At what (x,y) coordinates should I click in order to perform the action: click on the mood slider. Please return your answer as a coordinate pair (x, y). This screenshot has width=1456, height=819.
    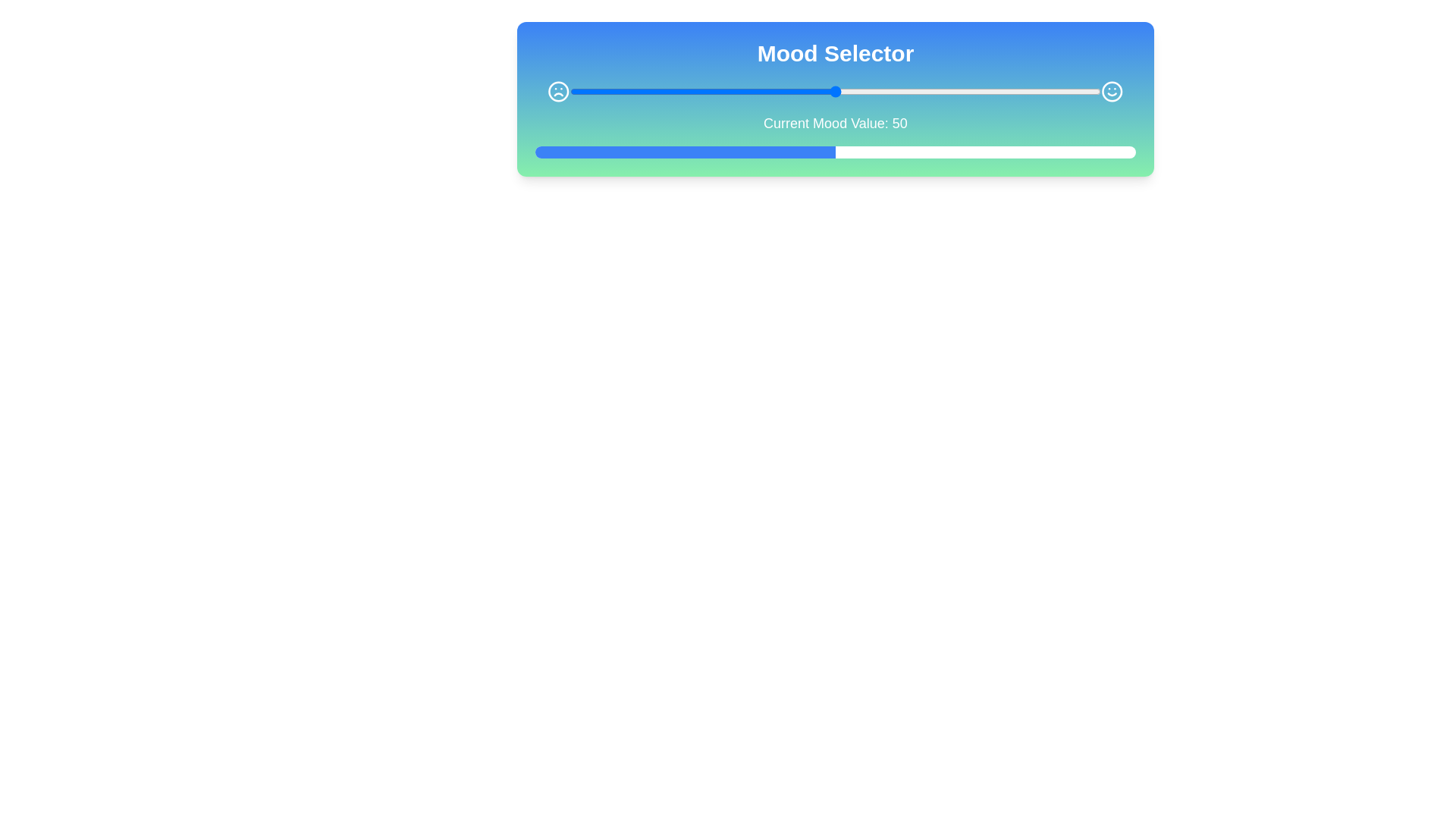
    Looking at the image, I should click on (818, 91).